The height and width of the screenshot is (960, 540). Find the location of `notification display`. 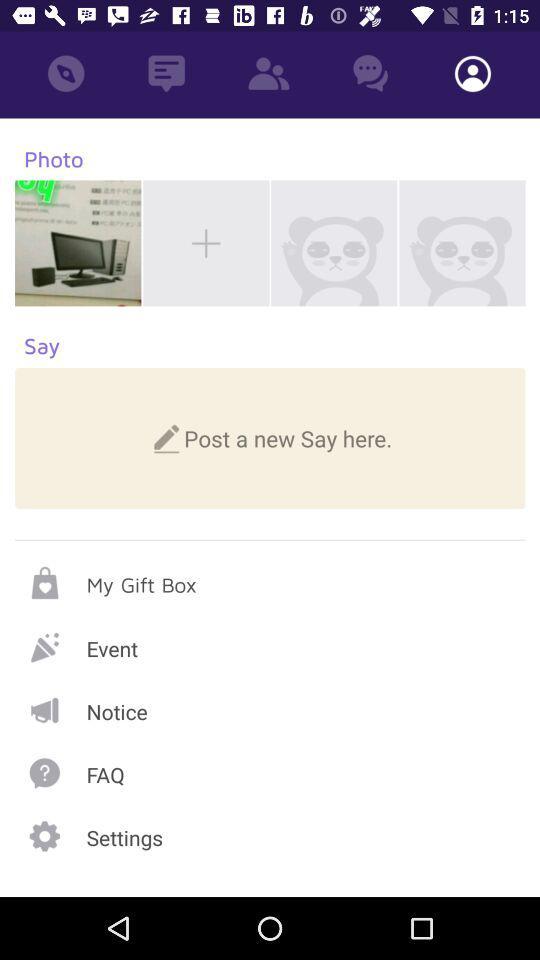

notification display is located at coordinates (270, 710).